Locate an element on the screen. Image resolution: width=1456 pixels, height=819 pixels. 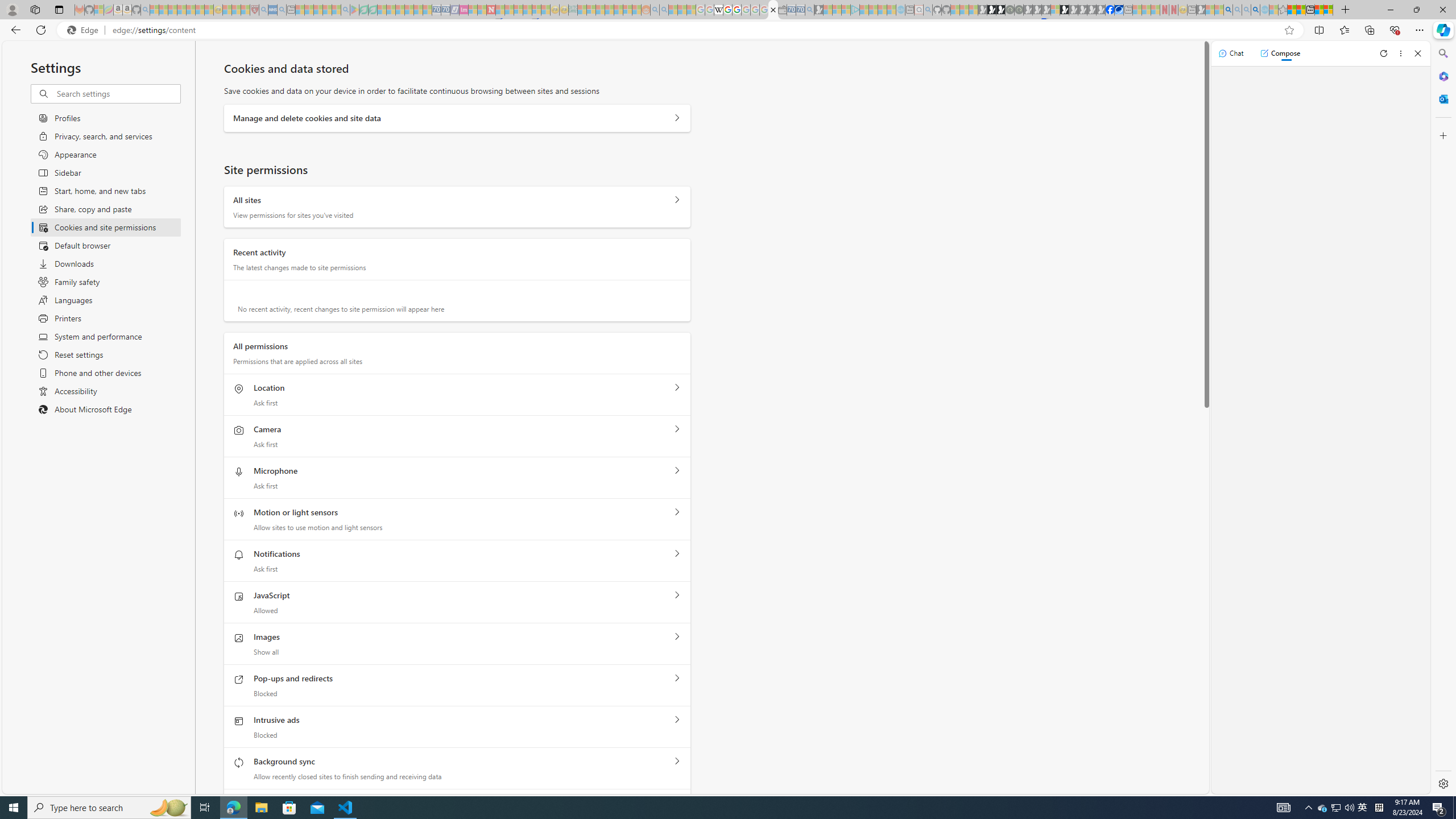
'DITOGAMES AG Imprint - Sleeping' is located at coordinates (572, 9).